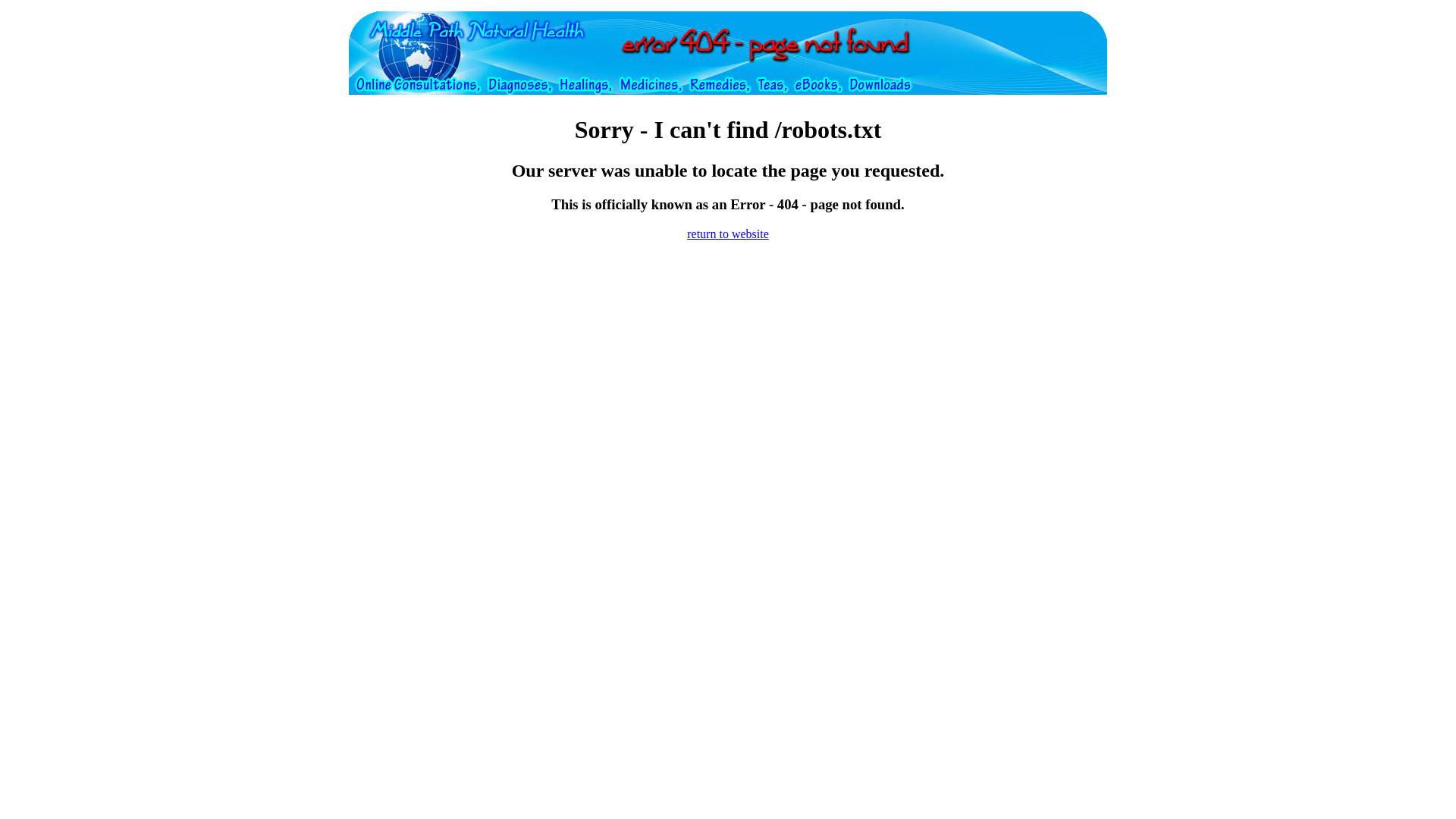 The height and width of the screenshot is (819, 1456). Describe the element at coordinates (728, 234) in the screenshot. I see `'return to website'` at that location.